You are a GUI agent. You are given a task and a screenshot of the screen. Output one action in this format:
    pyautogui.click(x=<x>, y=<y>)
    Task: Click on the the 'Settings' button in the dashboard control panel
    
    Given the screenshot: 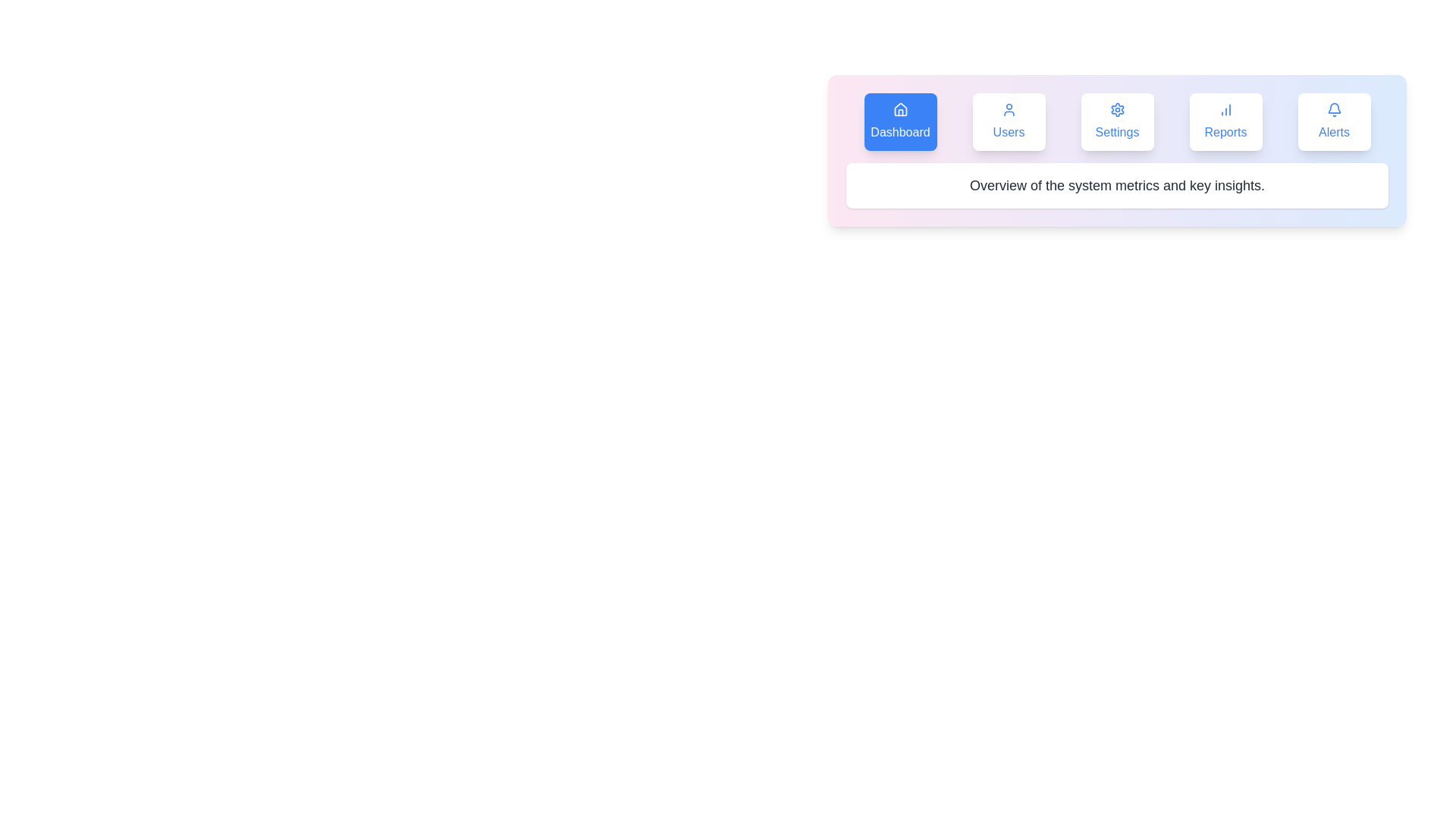 What is the action you would take?
    pyautogui.click(x=1117, y=151)
    